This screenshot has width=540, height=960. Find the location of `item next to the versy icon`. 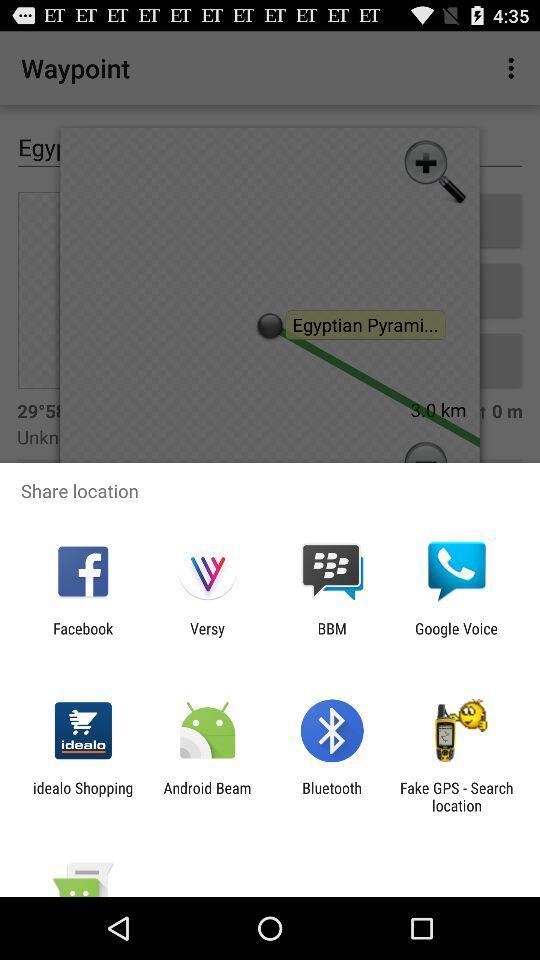

item next to the versy icon is located at coordinates (82, 636).